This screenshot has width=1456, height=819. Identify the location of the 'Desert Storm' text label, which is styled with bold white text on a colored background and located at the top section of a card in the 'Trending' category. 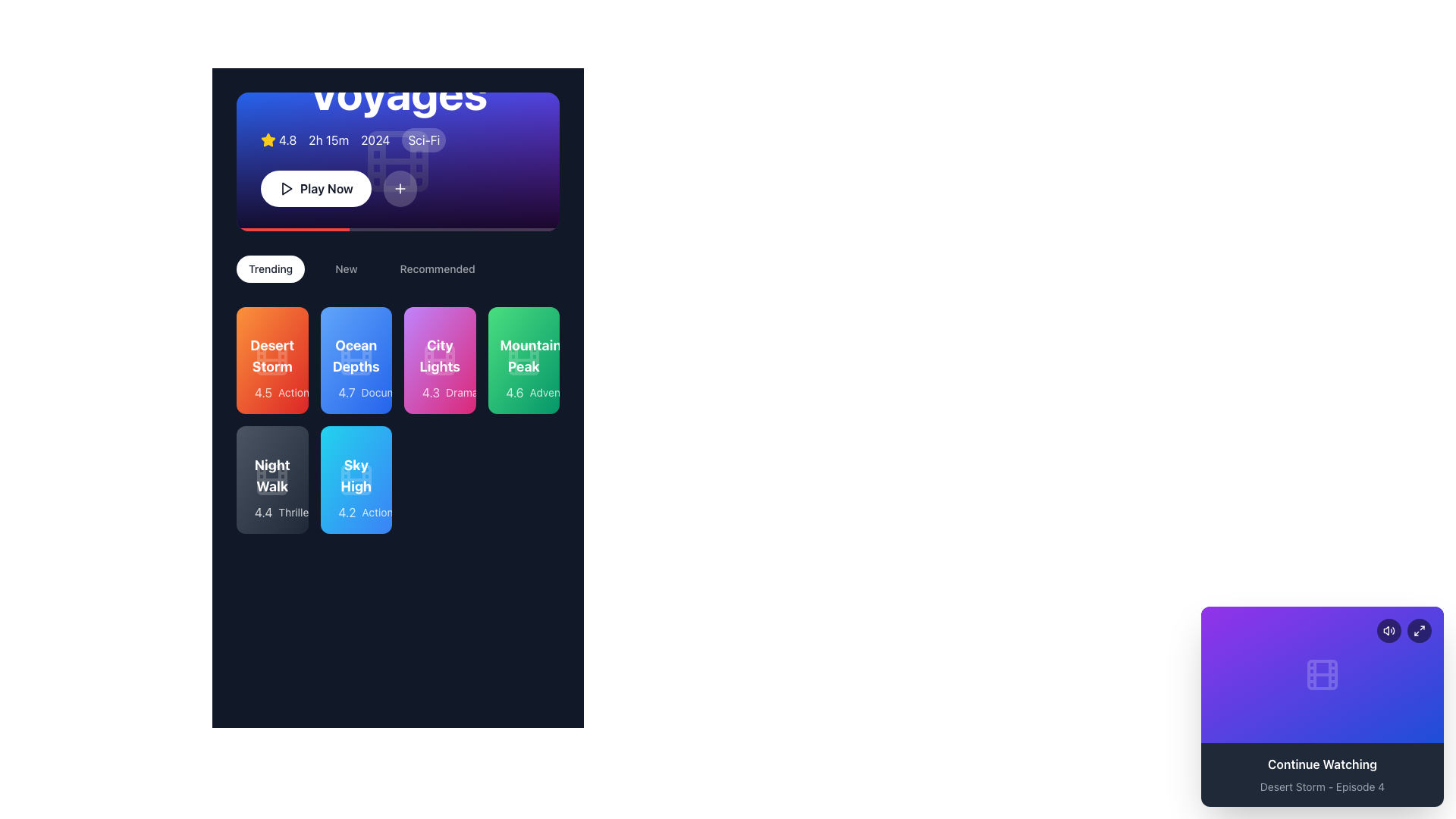
(272, 356).